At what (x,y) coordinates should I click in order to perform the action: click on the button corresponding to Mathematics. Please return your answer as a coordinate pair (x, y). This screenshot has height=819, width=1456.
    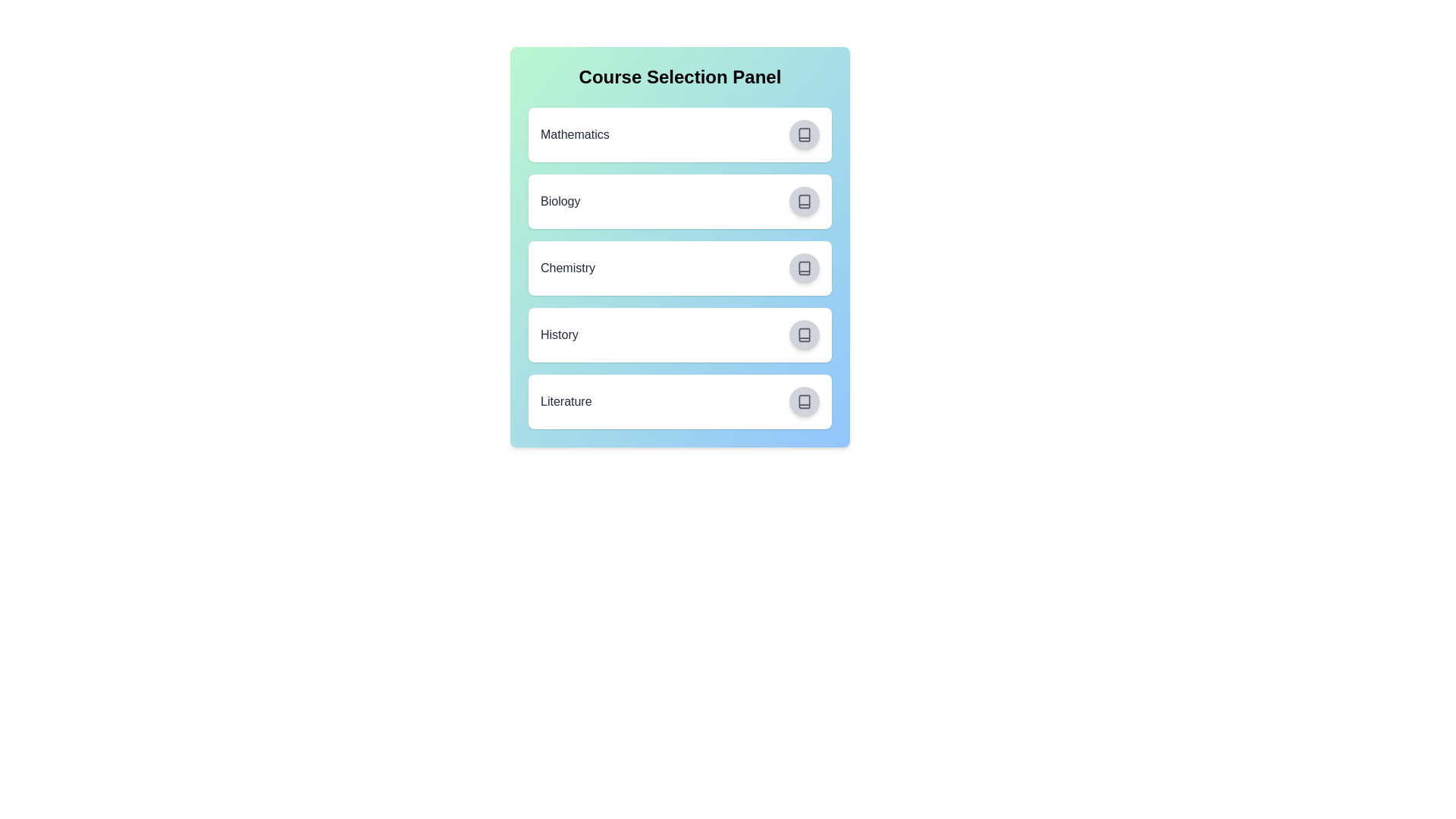
    Looking at the image, I should click on (803, 133).